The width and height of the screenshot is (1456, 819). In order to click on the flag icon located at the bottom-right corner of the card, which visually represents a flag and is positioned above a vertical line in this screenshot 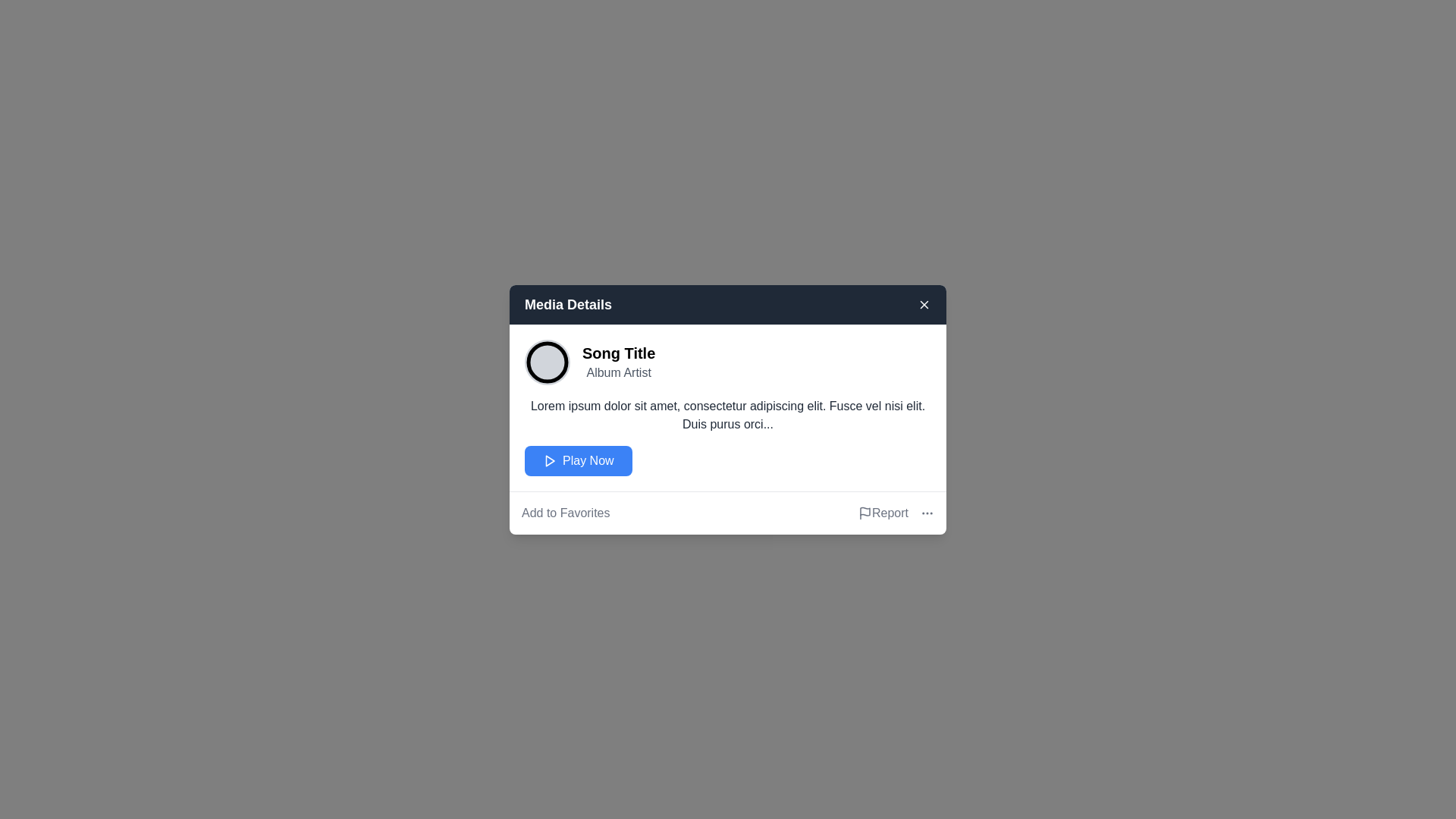, I will do `click(865, 511)`.